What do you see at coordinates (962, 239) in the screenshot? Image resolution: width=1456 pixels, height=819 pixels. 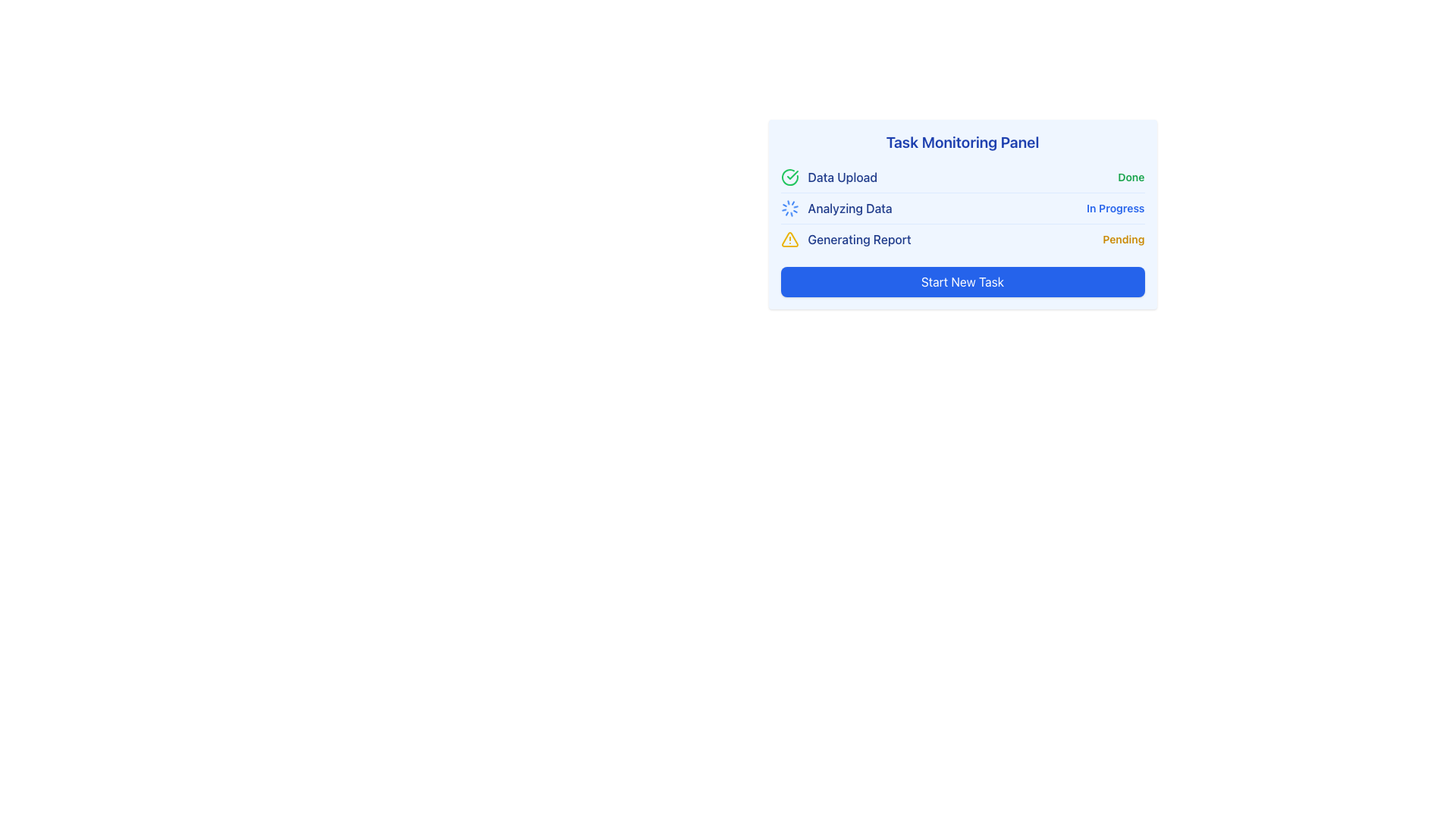 I see `task name and status of the ongoing 'Generating Report' task, which is the third item in the task monitoring interface` at bounding box center [962, 239].